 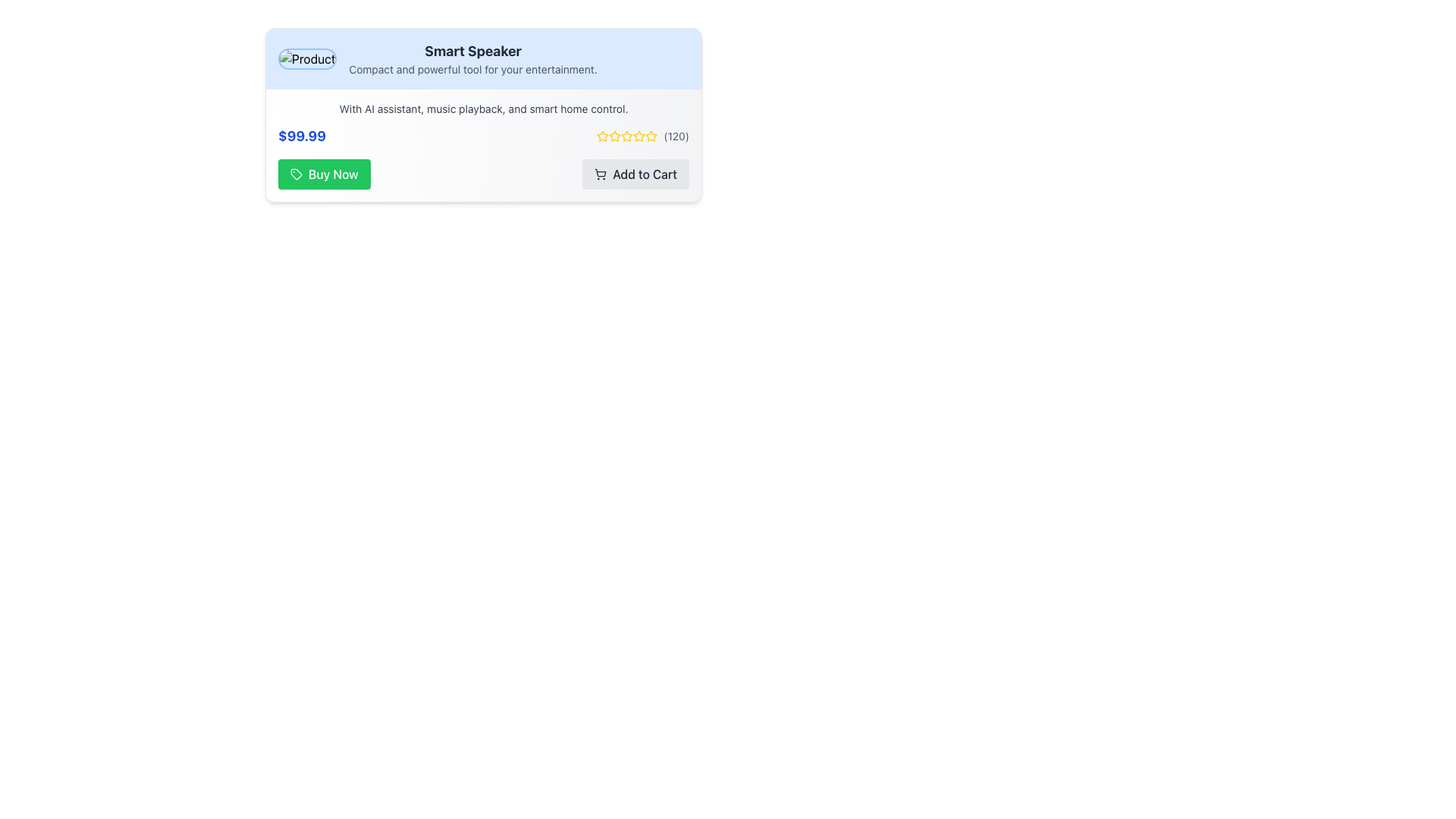 I want to click on numeric value displayed in parentheses next to the row of five yellow star icons indicating ratings, so click(x=676, y=136).